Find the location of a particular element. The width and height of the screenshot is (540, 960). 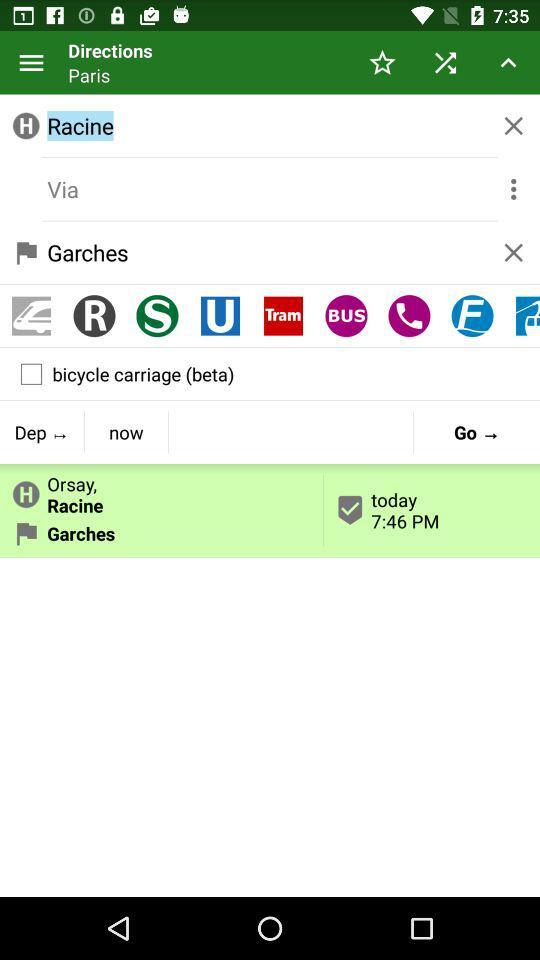

the icon above garches is located at coordinates (160, 489).